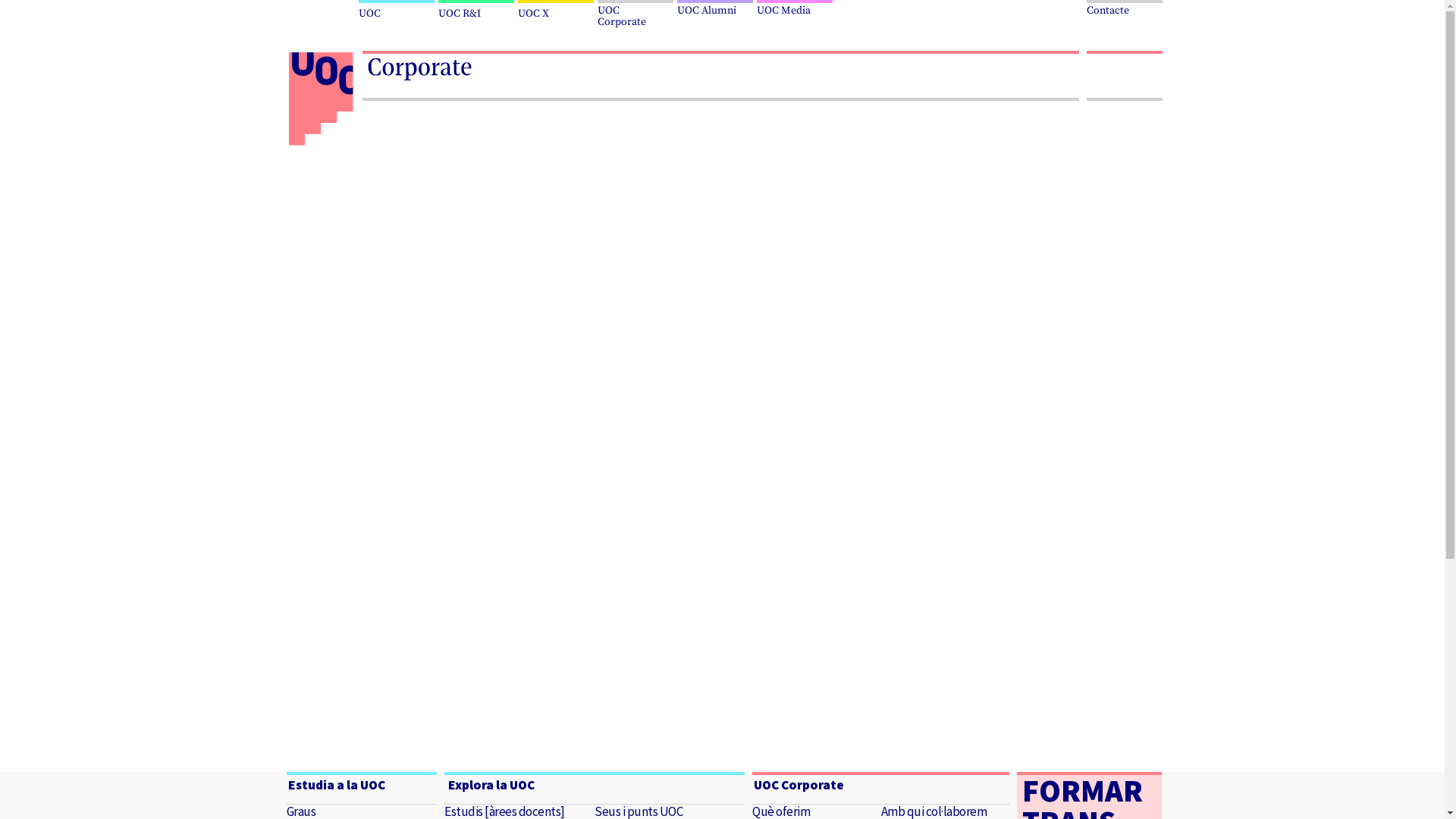  Describe the element at coordinates (1124, 8) in the screenshot. I see `'Contacte'` at that location.